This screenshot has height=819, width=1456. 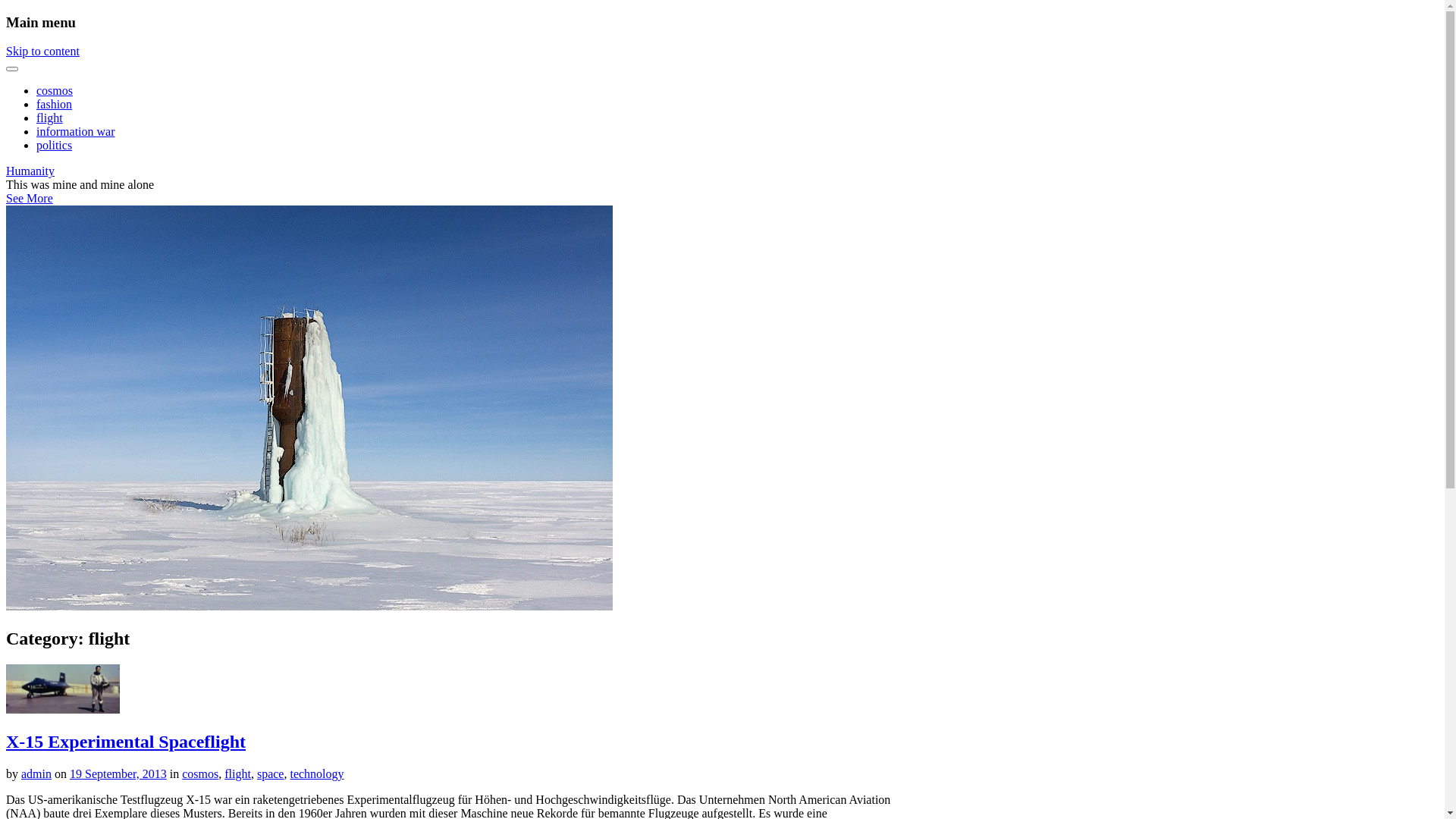 I want to click on 'information war', so click(x=36, y=130).